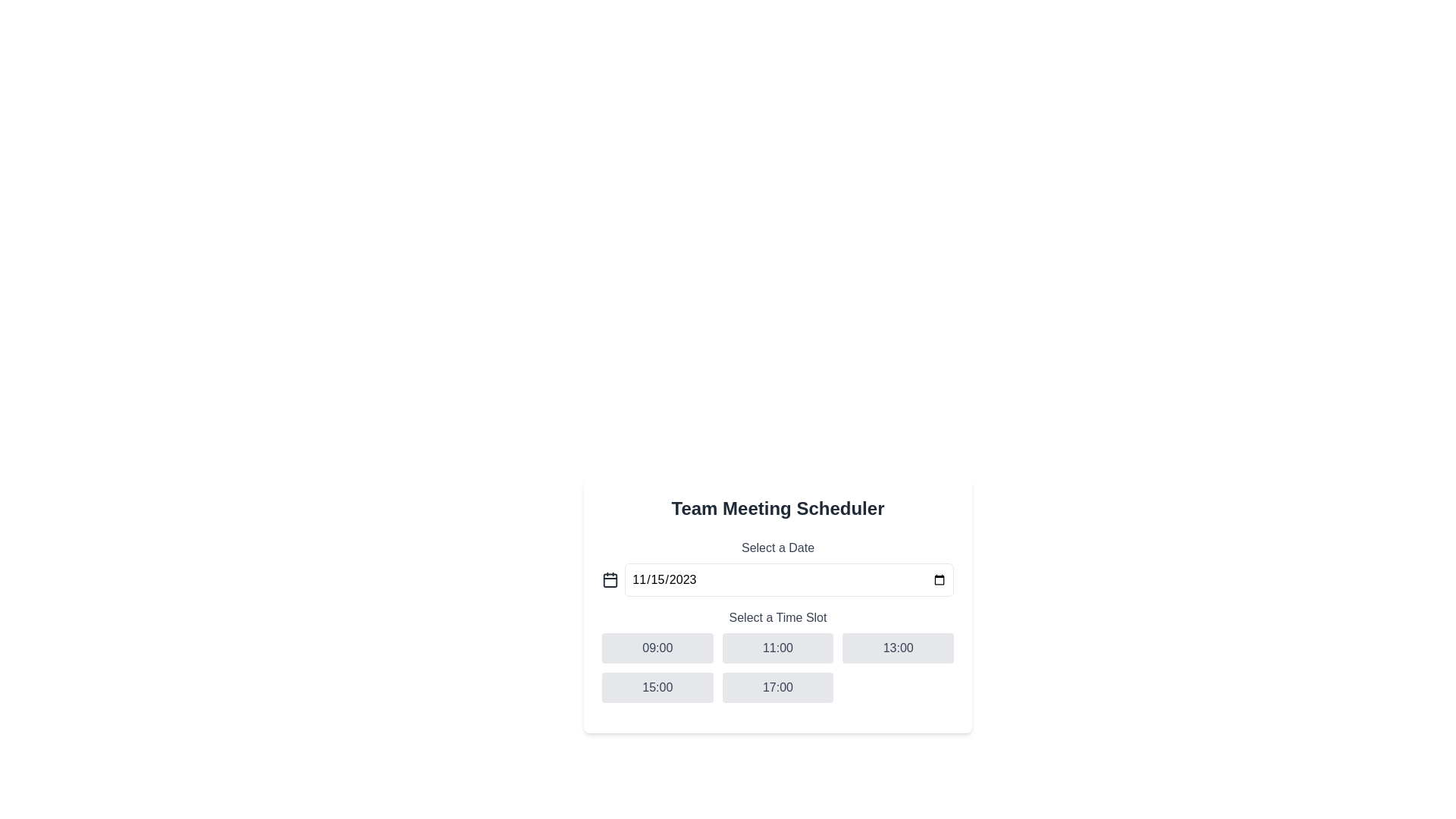  What do you see at coordinates (778, 654) in the screenshot?
I see `the '11:00' time slot button in the 'Select a Time Slot' section of the 'Team Meeting Scheduler' interface` at bounding box center [778, 654].